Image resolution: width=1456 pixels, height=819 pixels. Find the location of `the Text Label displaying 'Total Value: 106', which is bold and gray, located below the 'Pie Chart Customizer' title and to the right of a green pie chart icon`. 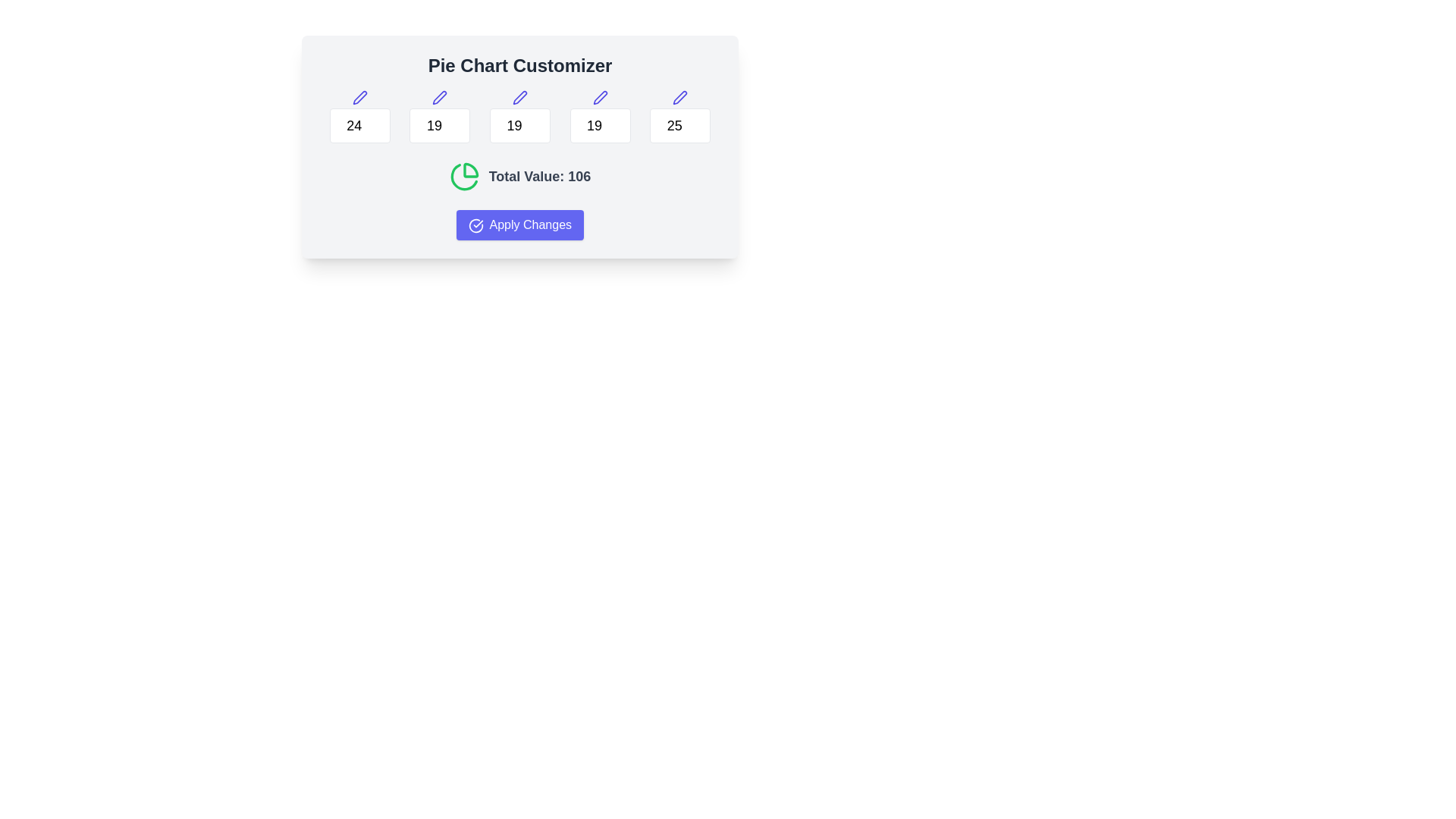

the Text Label displaying 'Total Value: 106', which is bold and gray, located below the 'Pie Chart Customizer' title and to the right of a green pie chart icon is located at coordinates (539, 175).